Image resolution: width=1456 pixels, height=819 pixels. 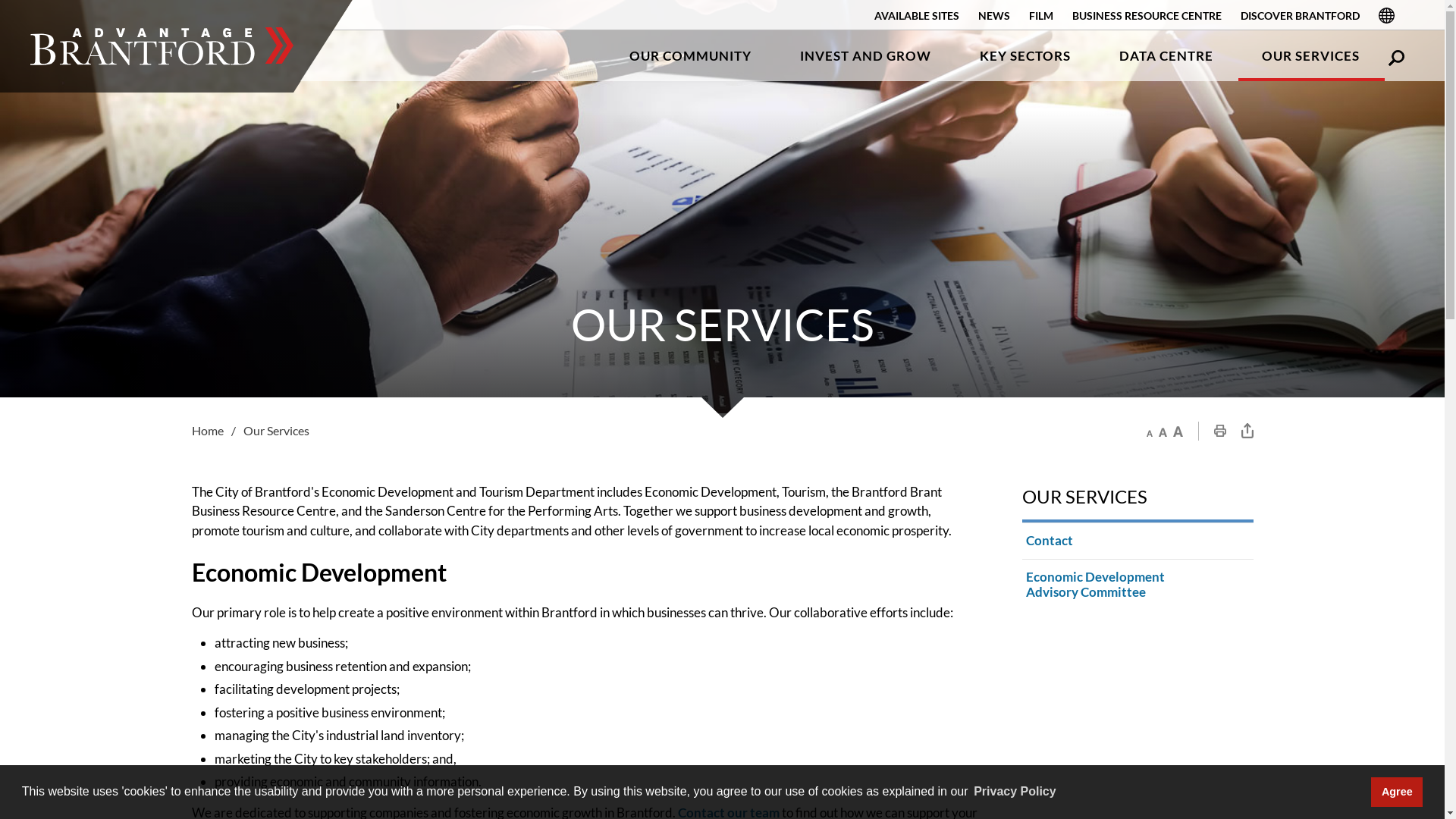 I want to click on 'AVAILABLE SITES', so click(x=874, y=15).